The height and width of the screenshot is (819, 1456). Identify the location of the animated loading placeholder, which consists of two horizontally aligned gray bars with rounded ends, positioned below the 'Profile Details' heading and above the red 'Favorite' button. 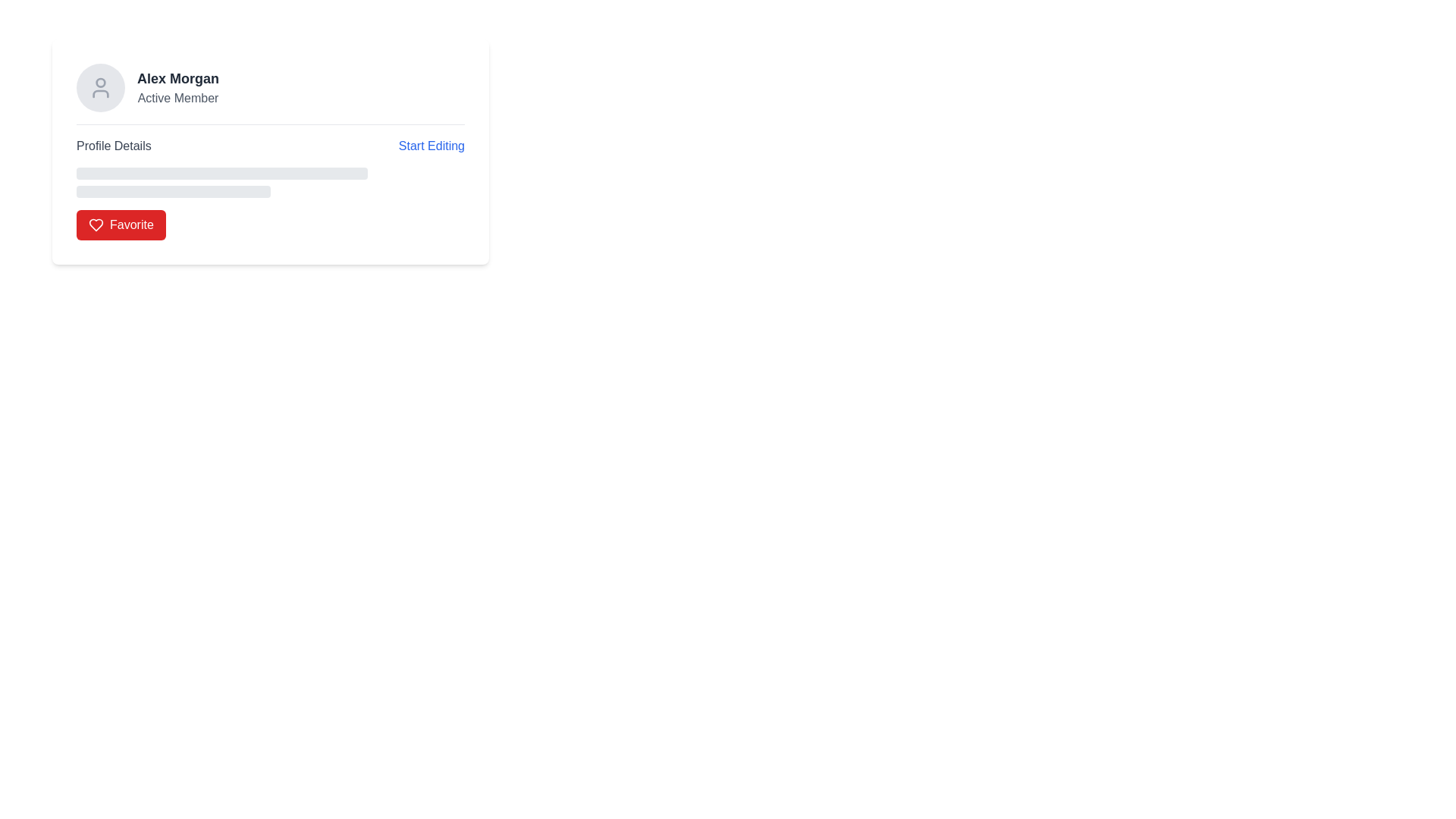
(270, 181).